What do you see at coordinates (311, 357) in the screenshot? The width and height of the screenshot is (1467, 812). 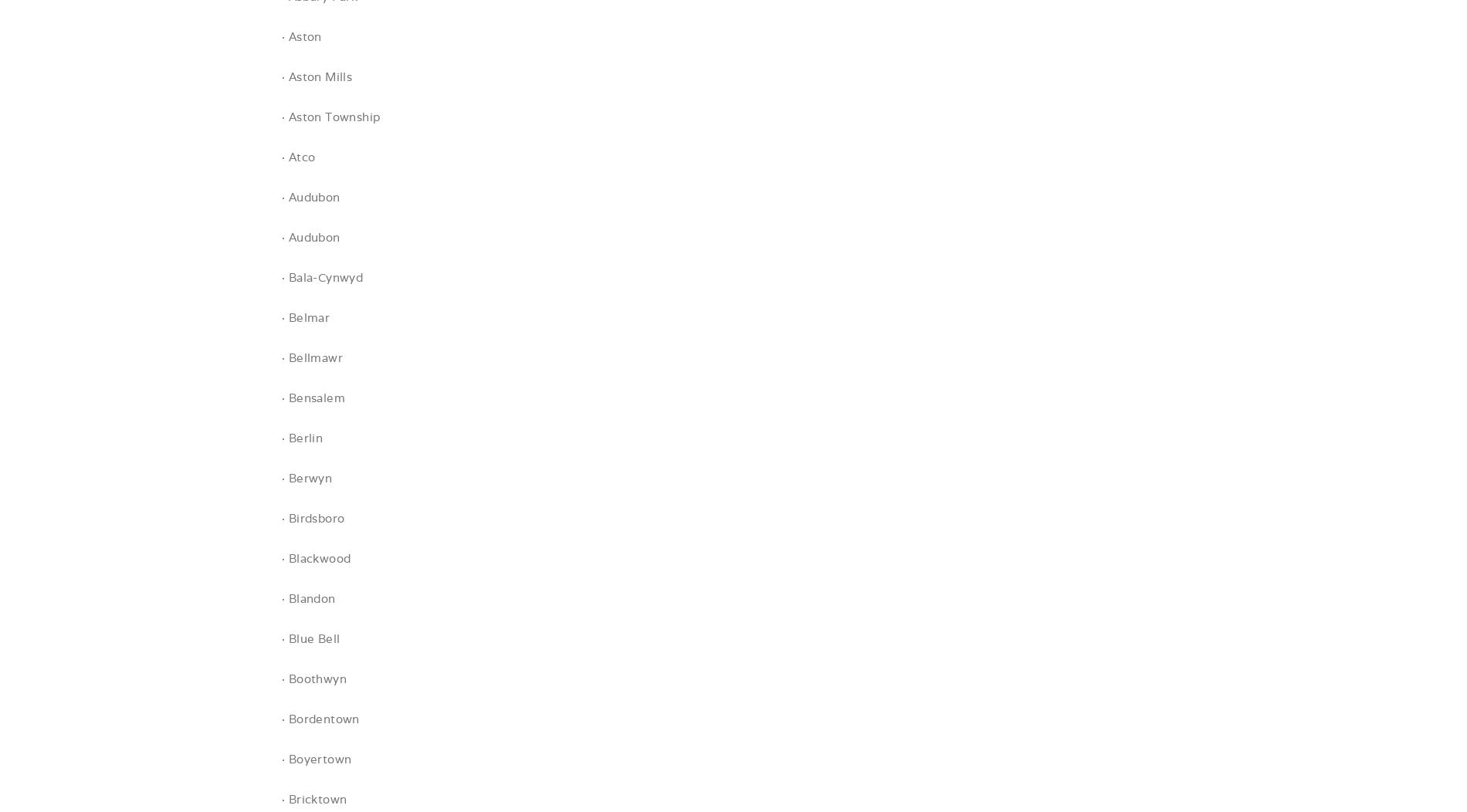 I see `'· Bellmawr'` at bounding box center [311, 357].